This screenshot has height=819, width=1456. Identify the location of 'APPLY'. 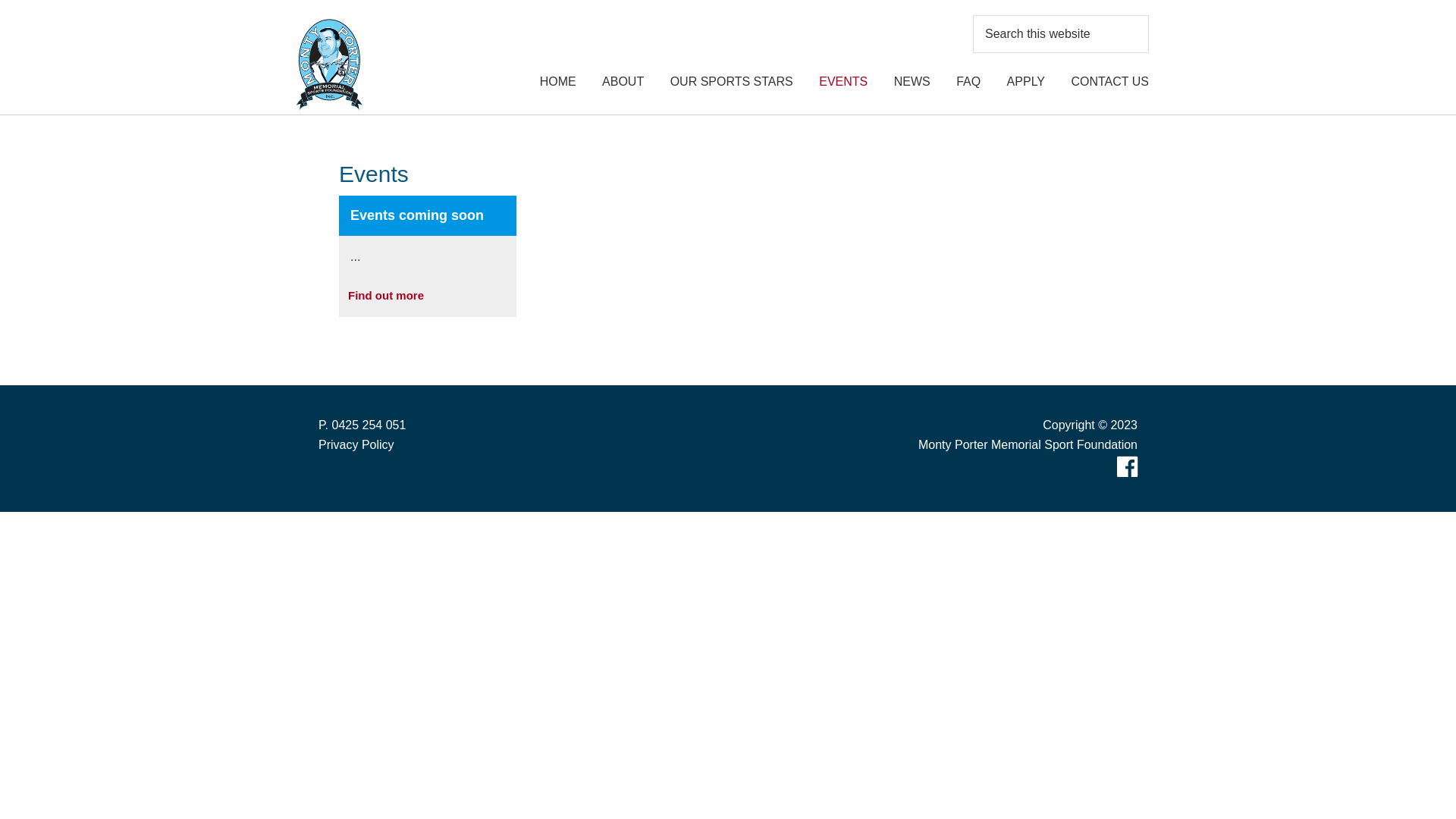
(996, 82).